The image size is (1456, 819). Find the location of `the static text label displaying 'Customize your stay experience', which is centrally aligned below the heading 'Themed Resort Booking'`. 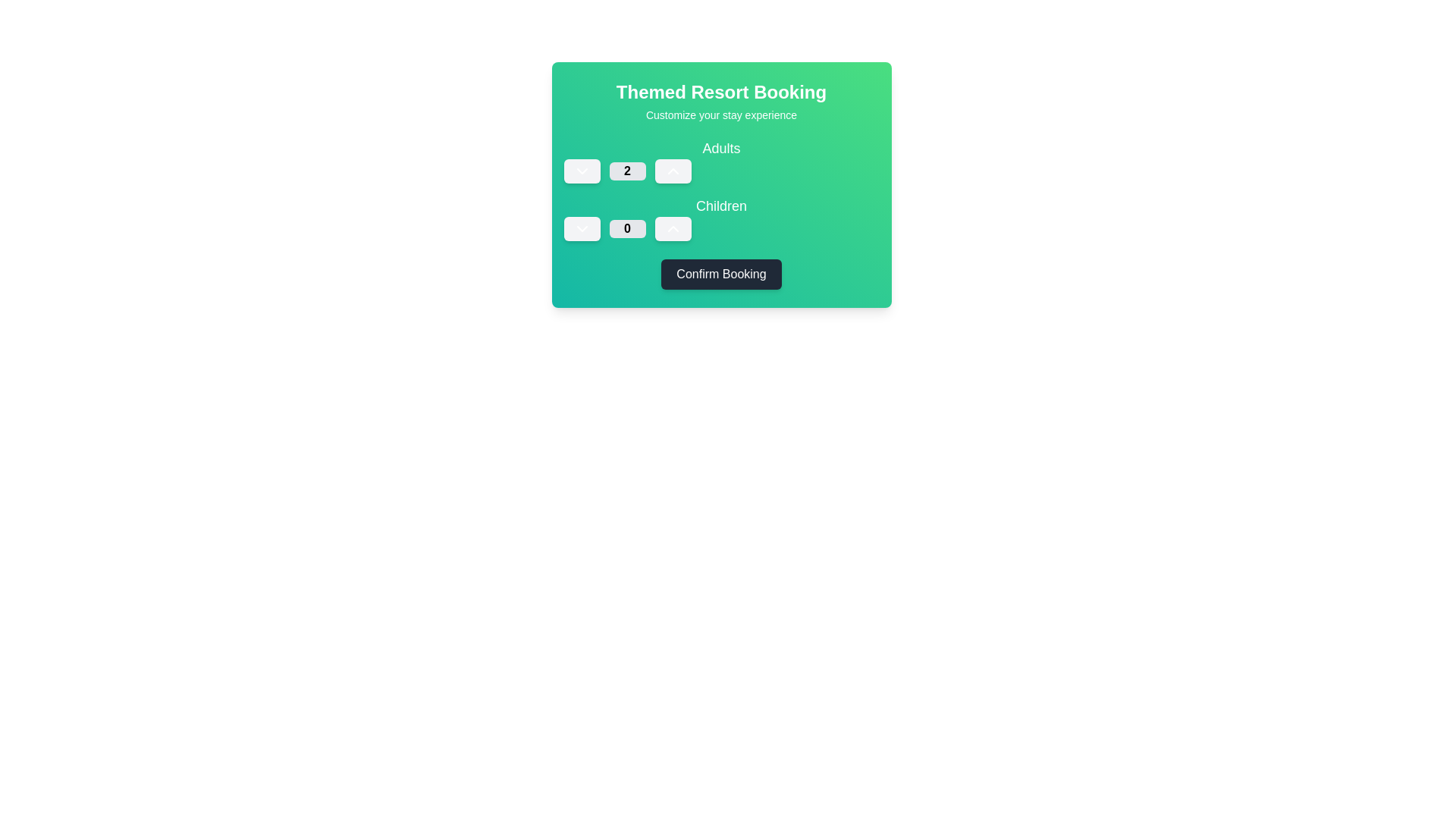

the static text label displaying 'Customize your stay experience', which is centrally aligned below the heading 'Themed Resort Booking' is located at coordinates (720, 114).